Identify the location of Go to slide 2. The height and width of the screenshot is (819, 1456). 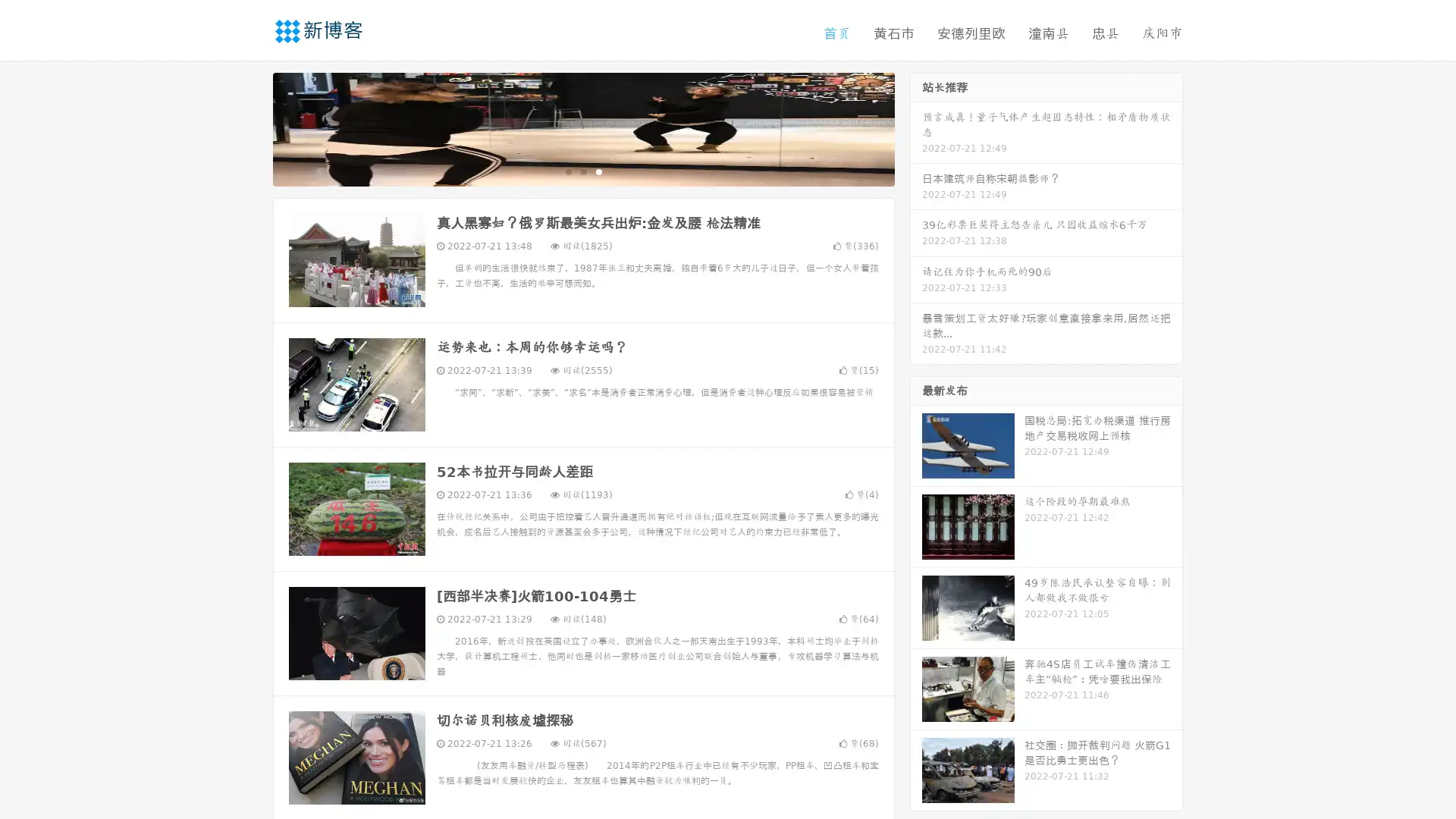
(582, 171).